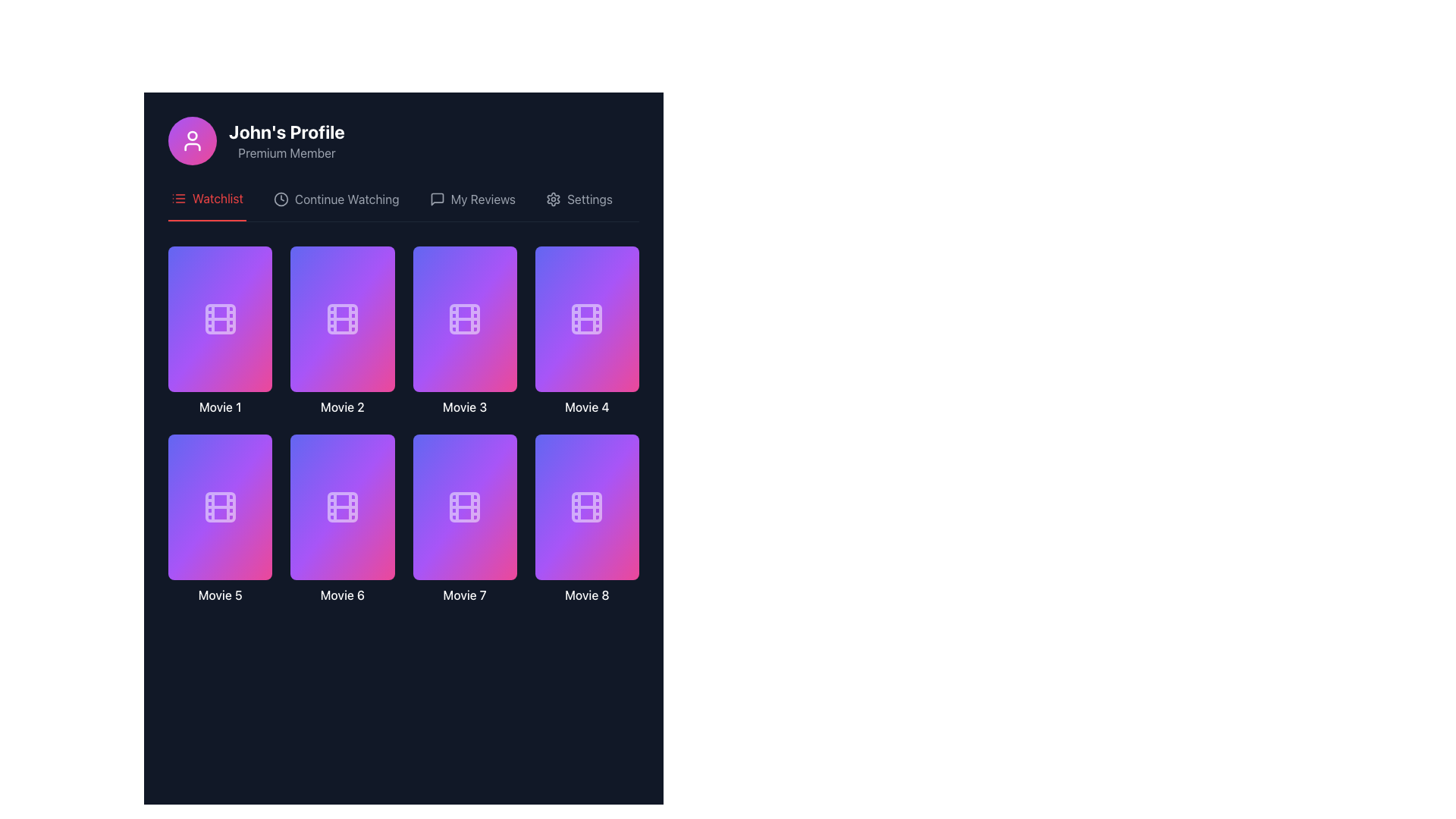  Describe the element at coordinates (588, 198) in the screenshot. I see `the text label in the top-right navigation bar` at that location.